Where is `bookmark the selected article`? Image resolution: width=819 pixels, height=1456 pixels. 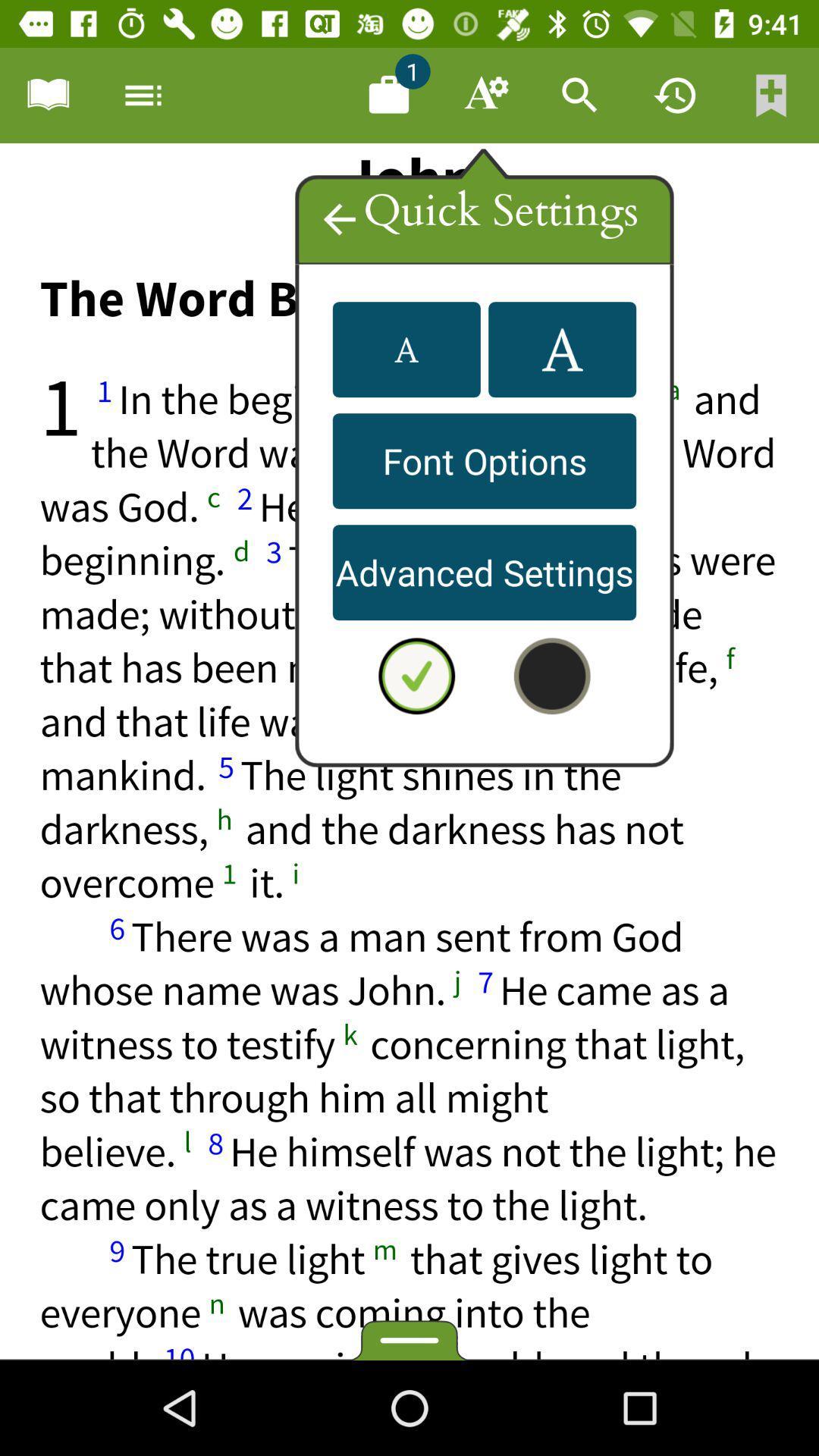 bookmark the selected article is located at coordinates (771, 94).